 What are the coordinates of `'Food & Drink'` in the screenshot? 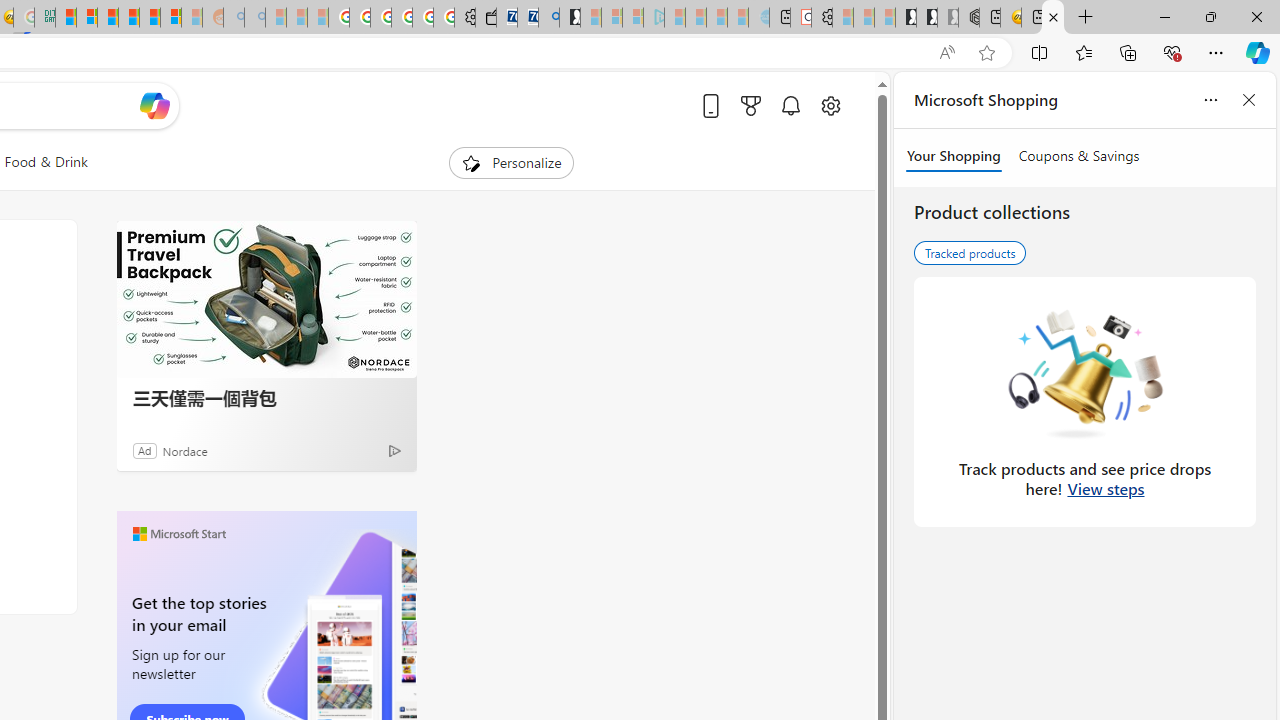 It's located at (46, 162).